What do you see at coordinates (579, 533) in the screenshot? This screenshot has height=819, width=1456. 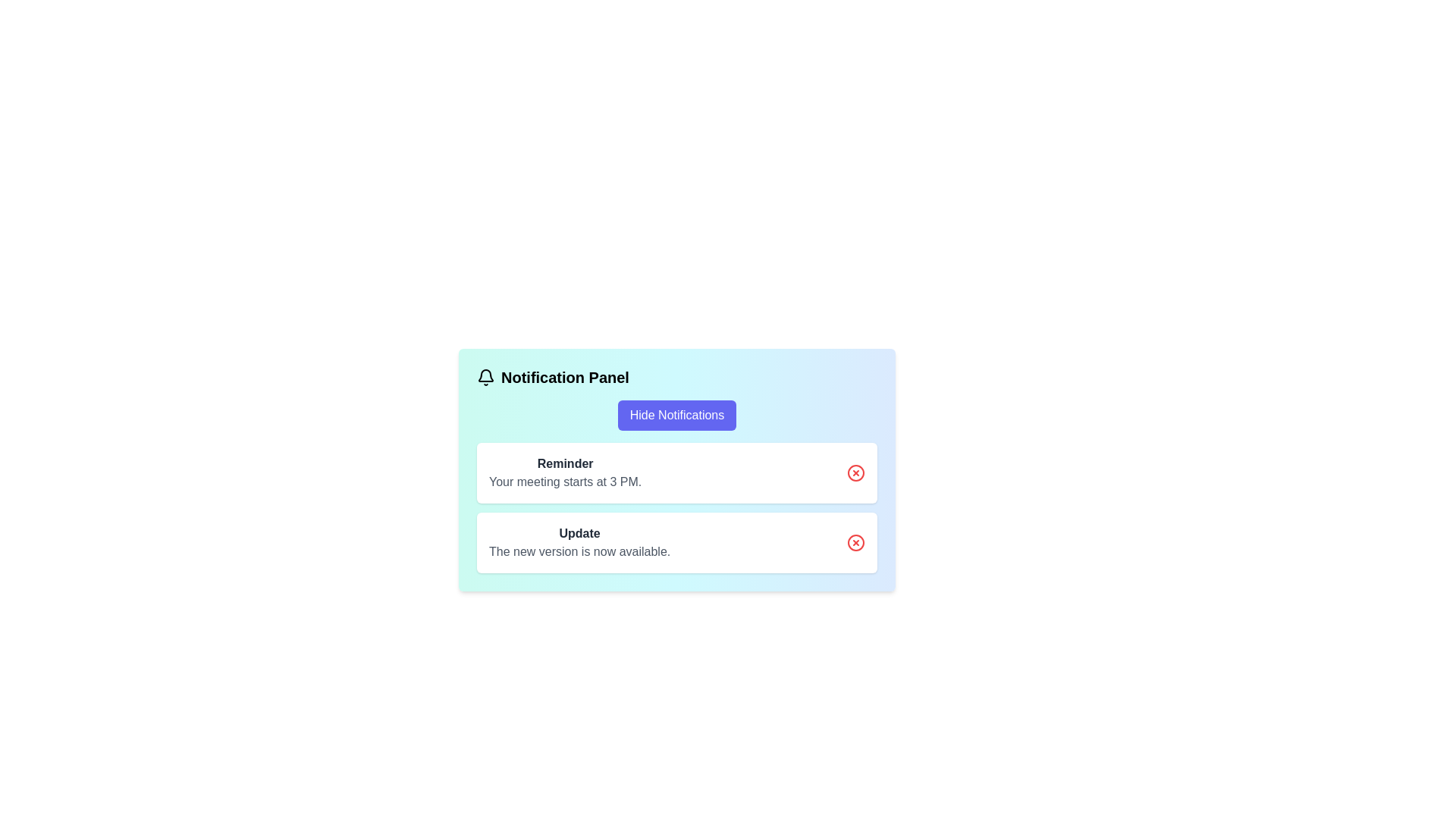 I see `the Text label that serves as a title or heading for a notification message located in the second notification section below the 'Reminder' notification` at bounding box center [579, 533].